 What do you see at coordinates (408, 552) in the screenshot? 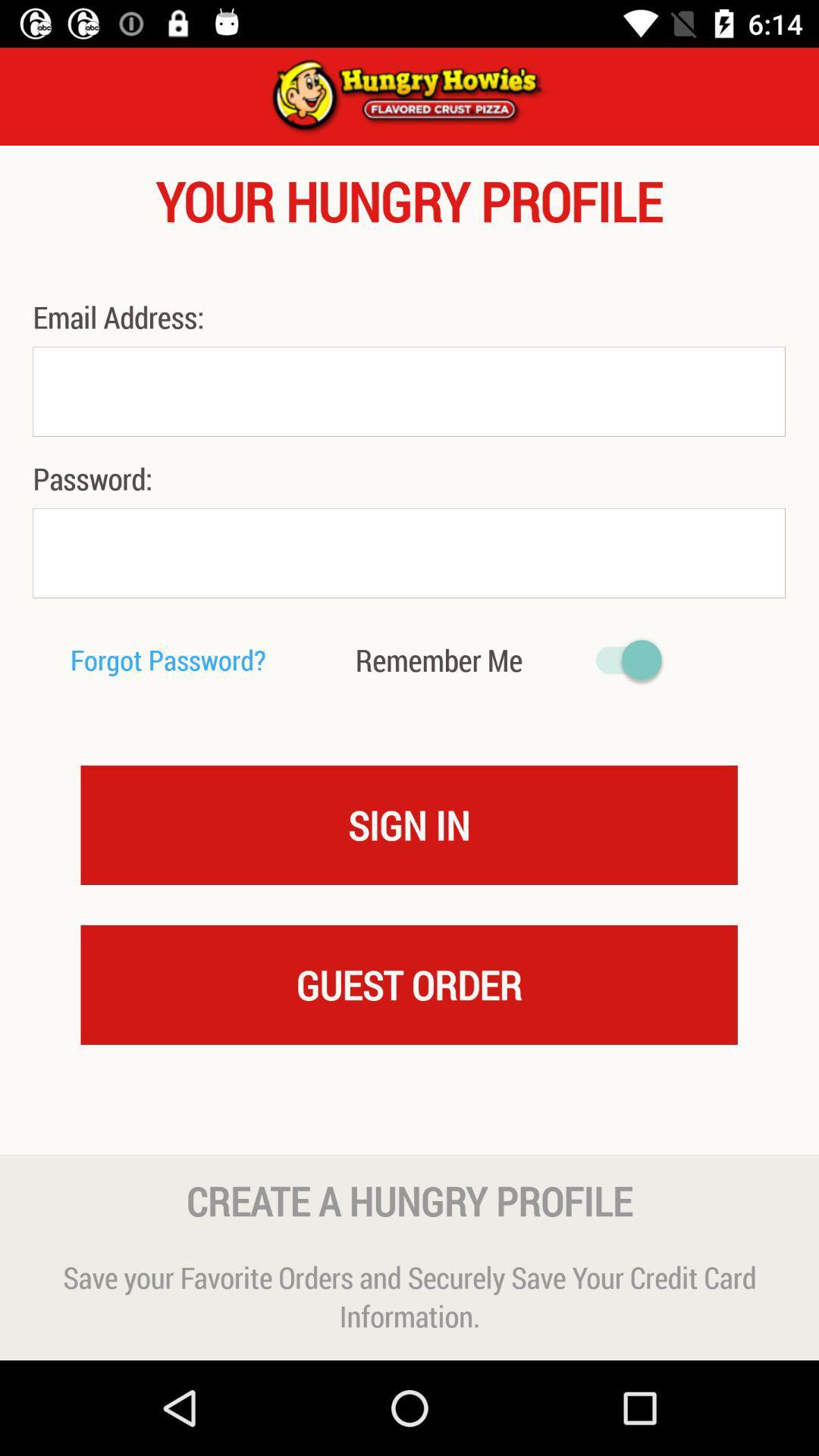
I see `which text area contains password` at bounding box center [408, 552].